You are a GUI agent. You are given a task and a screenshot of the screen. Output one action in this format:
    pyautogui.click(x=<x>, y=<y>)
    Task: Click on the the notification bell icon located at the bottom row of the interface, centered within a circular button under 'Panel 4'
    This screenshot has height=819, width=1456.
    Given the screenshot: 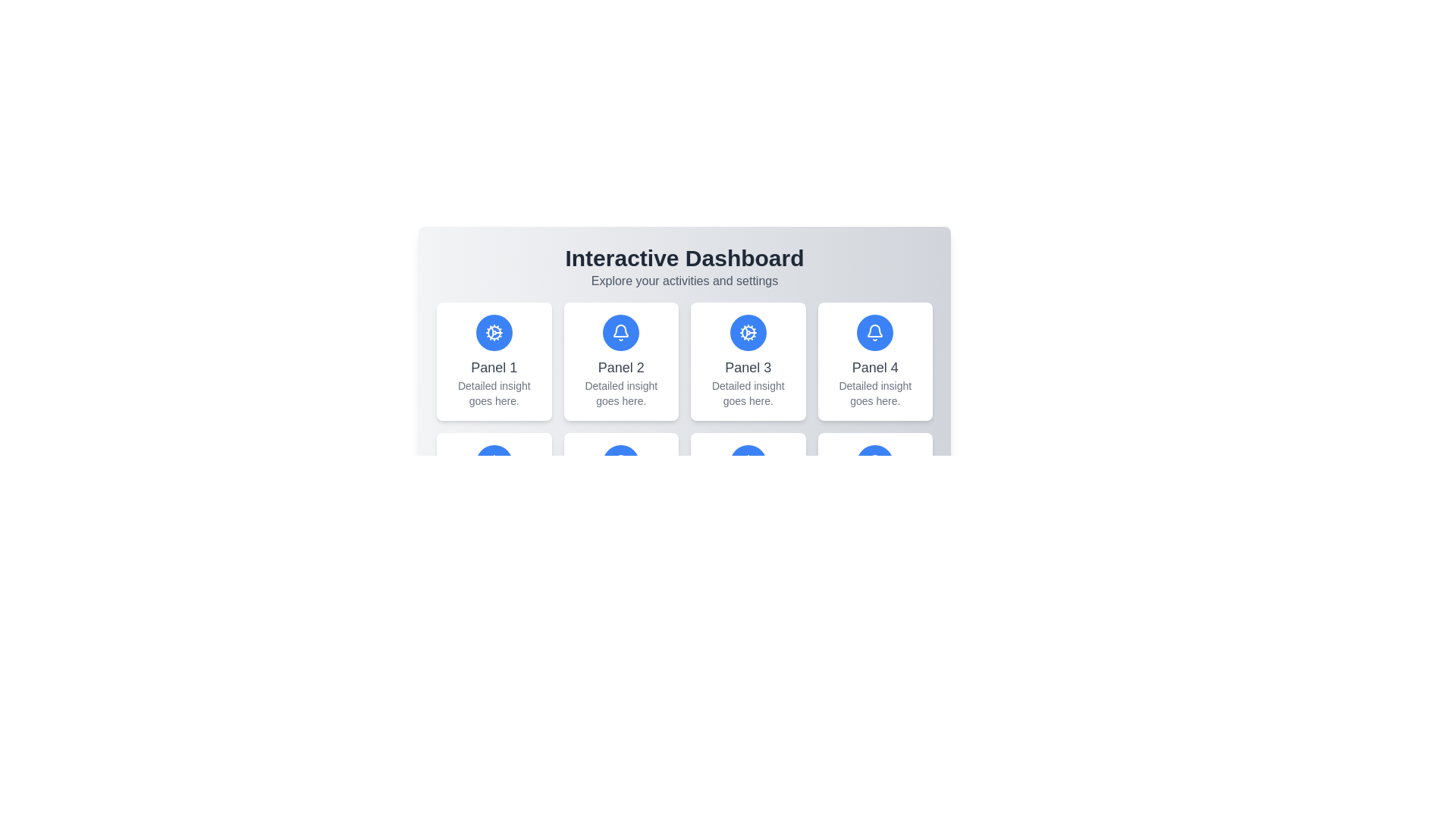 What is the action you would take?
    pyautogui.click(x=875, y=462)
    